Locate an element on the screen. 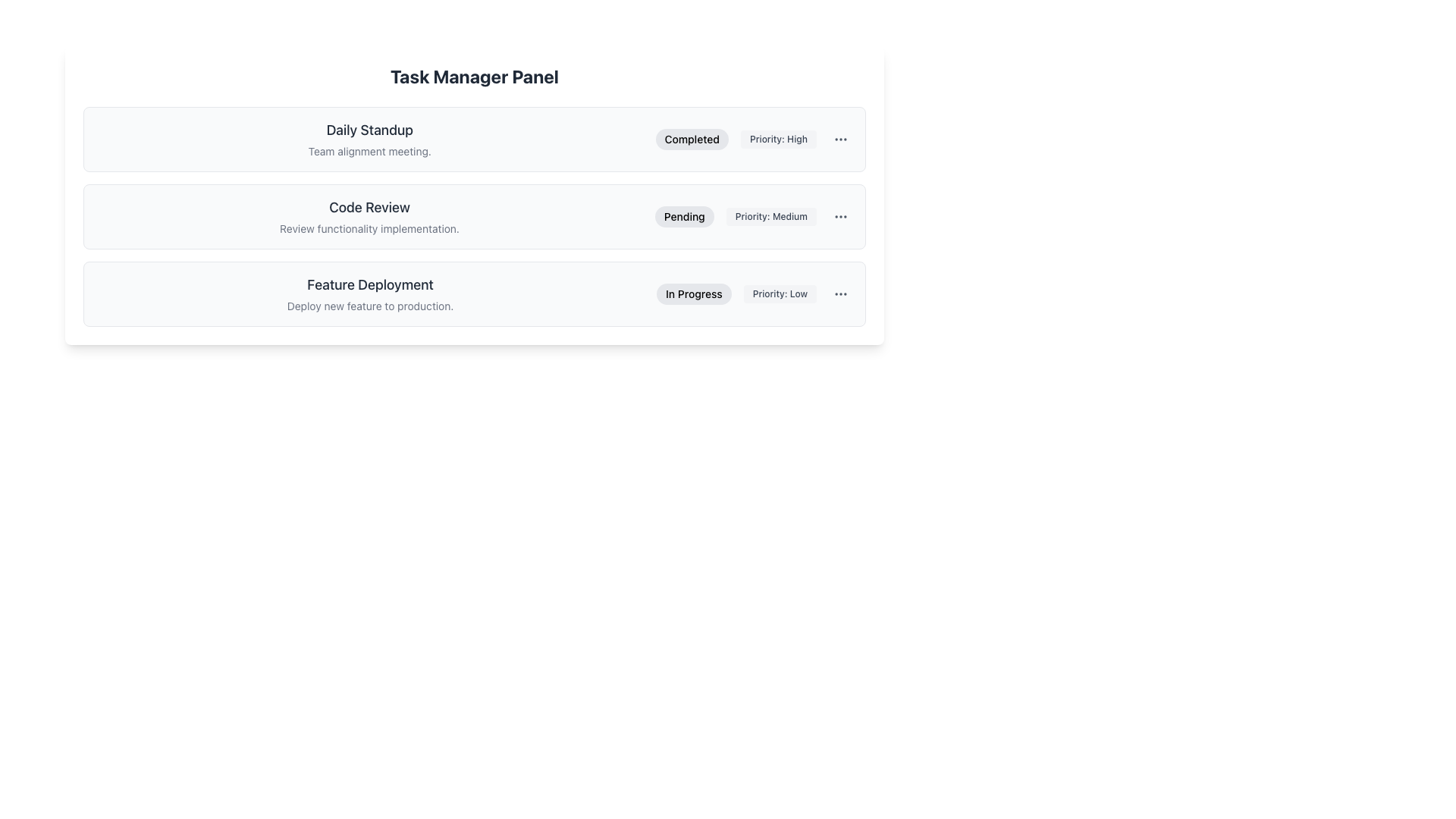 This screenshot has height=819, width=1456. the status information by clicking on the 'Completed' status indicator label, which is a medium-sized label with a light gray background and bold font, located in the first task block titled 'Daily Standup' is located at coordinates (691, 140).